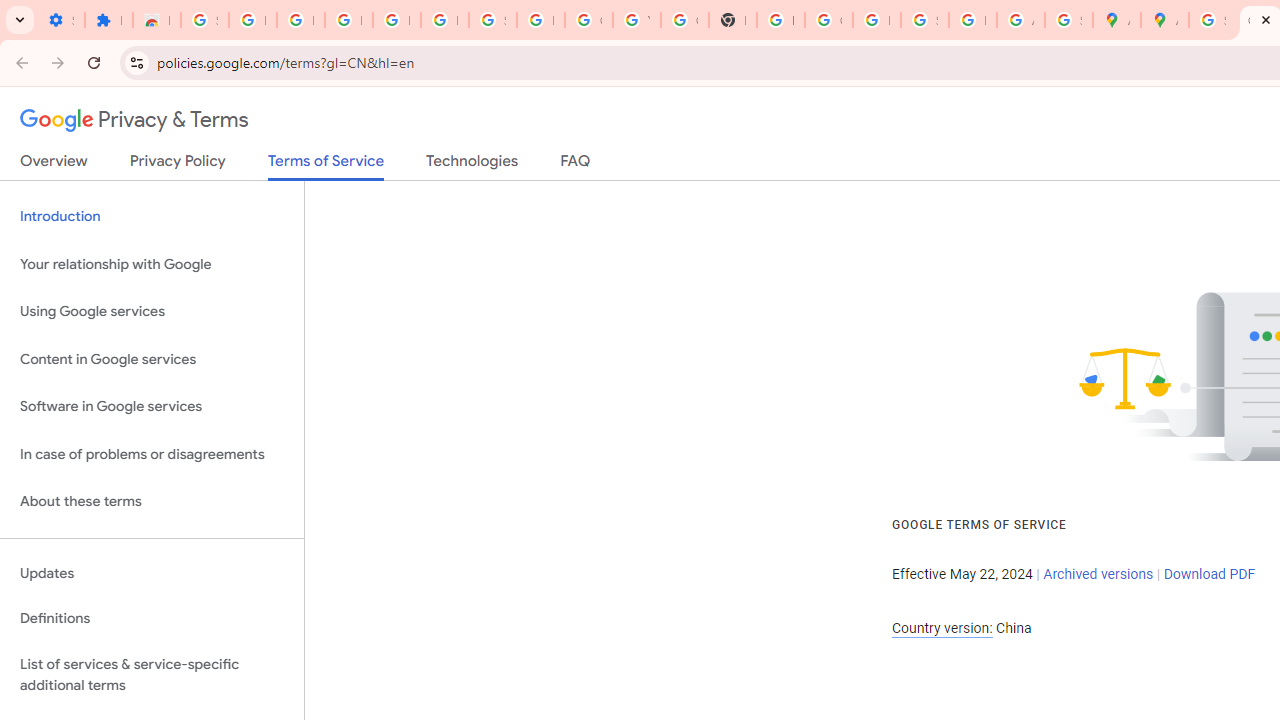 The image size is (1280, 720). What do you see at coordinates (151, 358) in the screenshot?
I see `'Content in Google services'` at bounding box center [151, 358].